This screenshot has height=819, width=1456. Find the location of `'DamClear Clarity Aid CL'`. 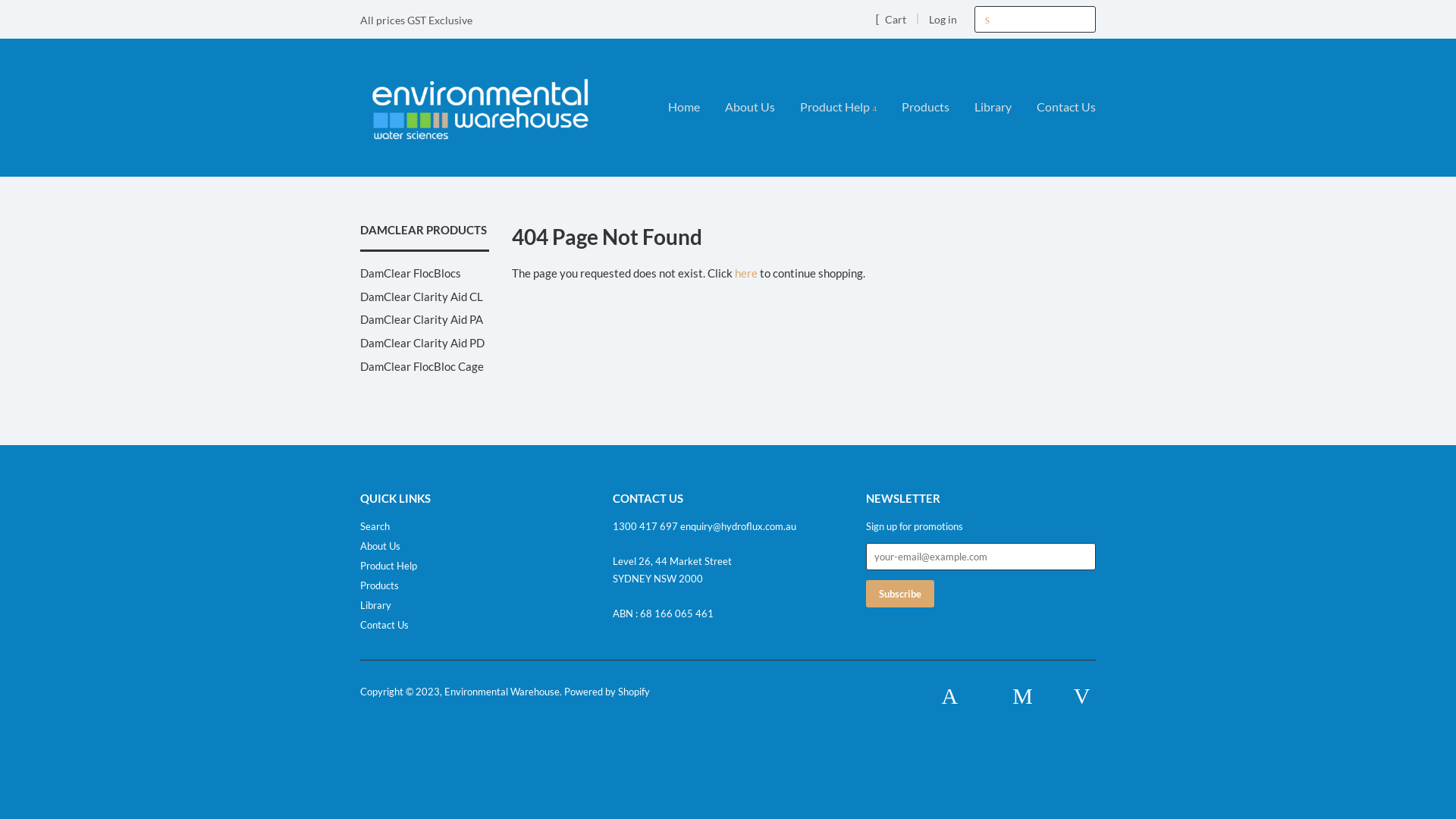

'DamClear Clarity Aid CL' is located at coordinates (422, 296).